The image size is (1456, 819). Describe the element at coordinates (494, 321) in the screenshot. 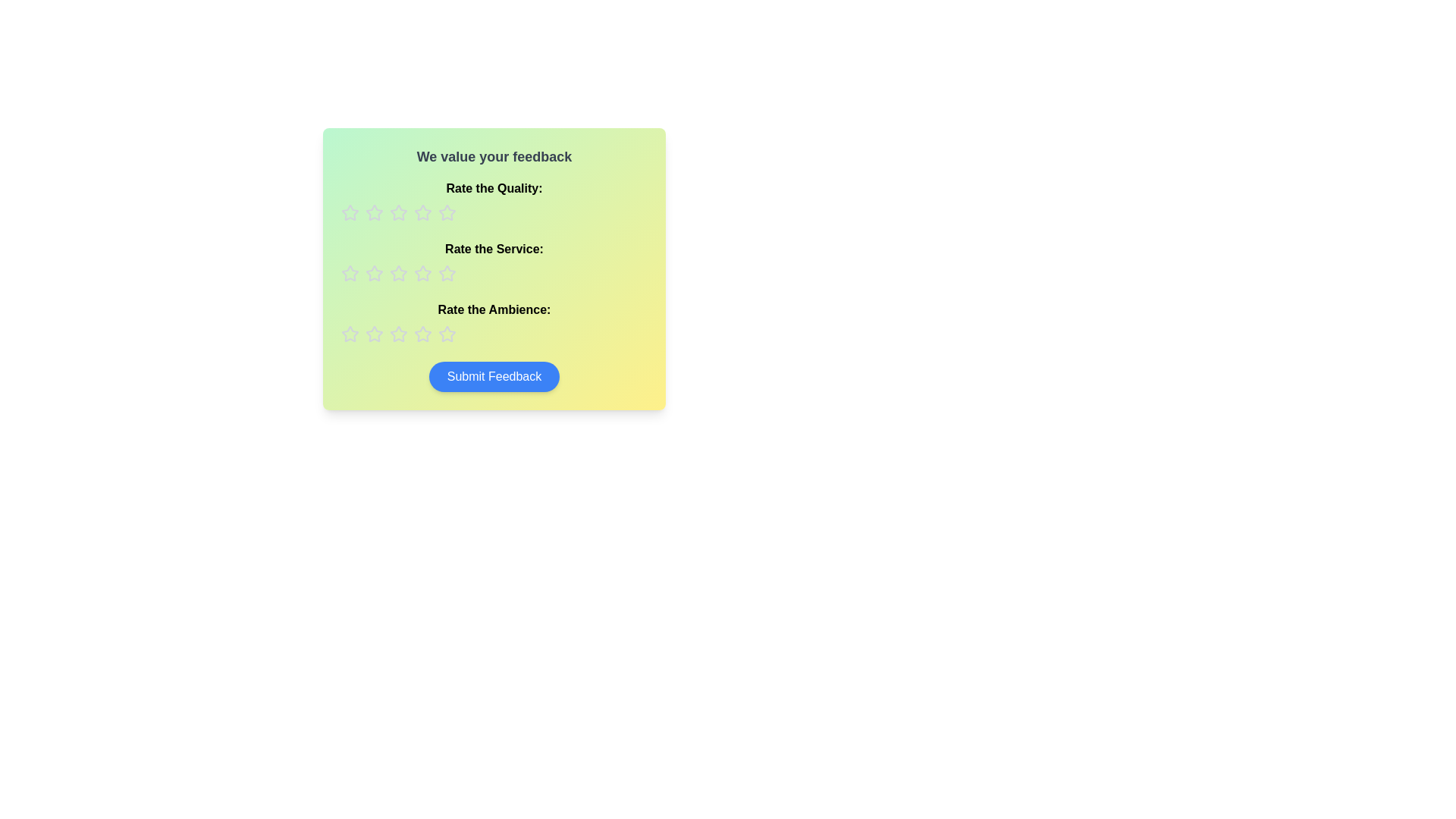

I see `the label indicating that the star rating system is for evaluating the ambiance, which is positioned below the 'Rate the Service:' label and above the star rating icons` at that location.